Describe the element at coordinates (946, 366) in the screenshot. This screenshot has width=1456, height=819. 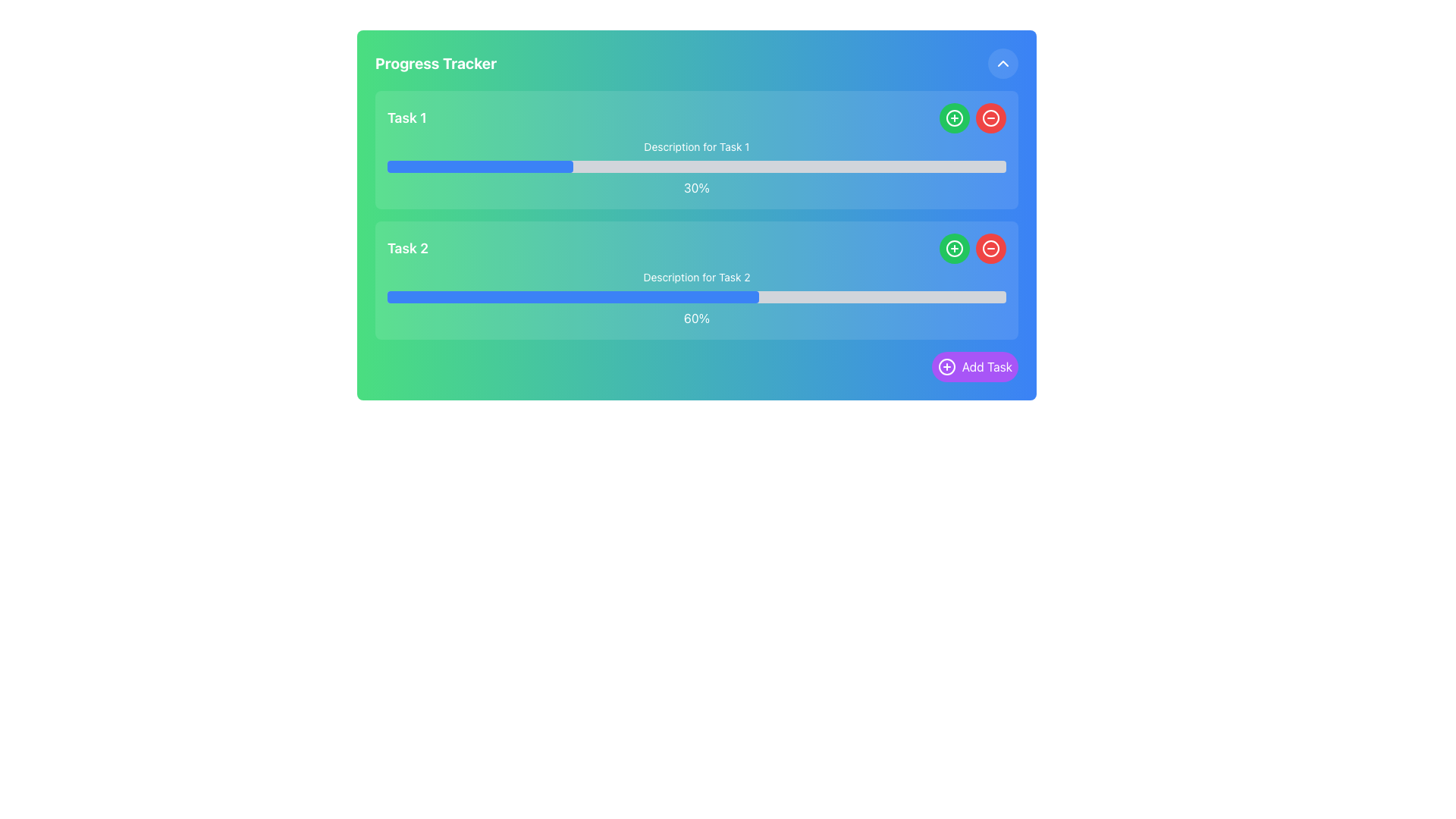
I see `the circular icon with a plus symbol in the center, located within the 'Add Task' button on a purple background` at that location.